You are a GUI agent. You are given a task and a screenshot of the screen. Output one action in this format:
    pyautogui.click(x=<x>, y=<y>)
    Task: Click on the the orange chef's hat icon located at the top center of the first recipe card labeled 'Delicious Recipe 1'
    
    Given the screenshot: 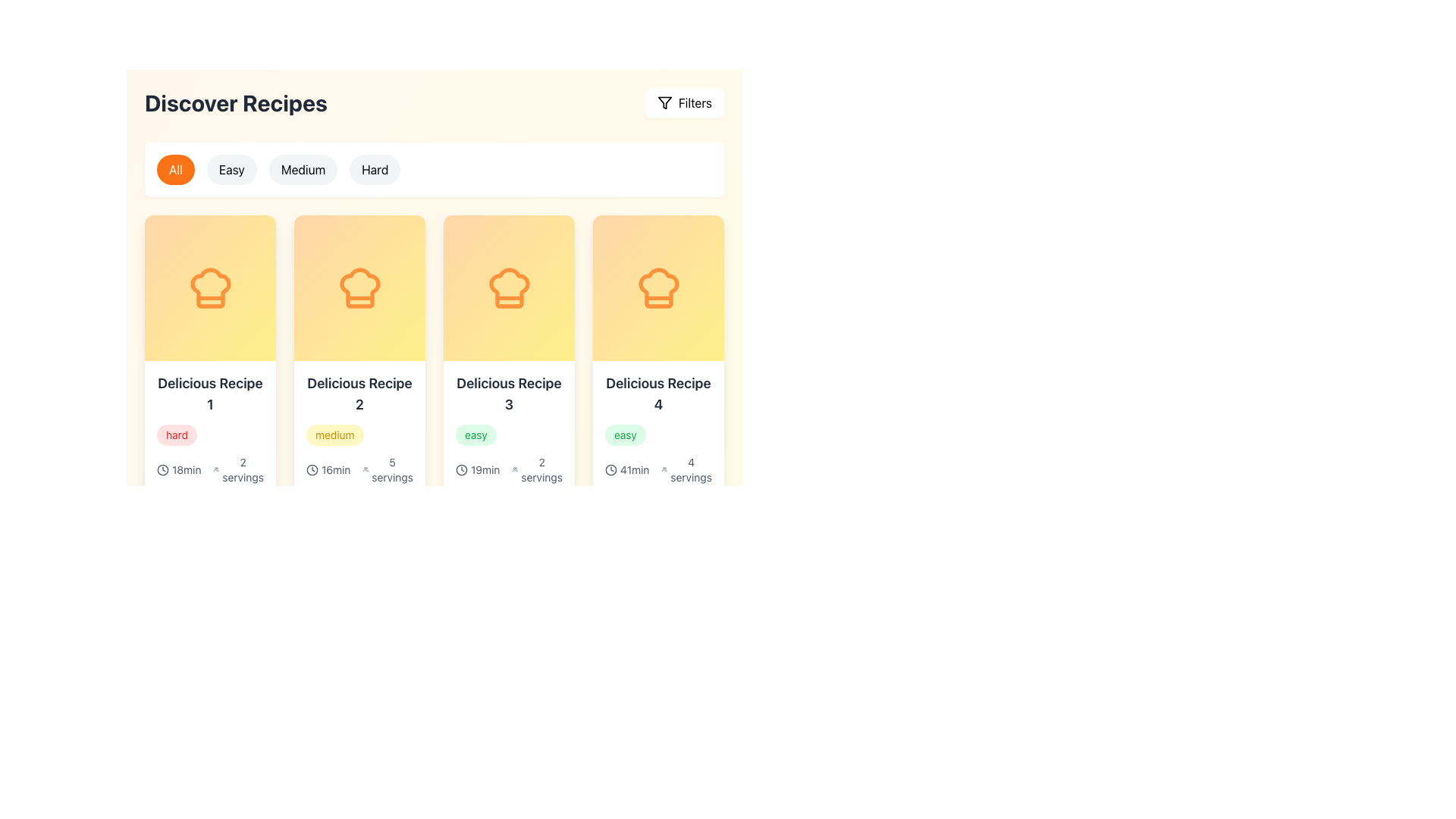 What is the action you would take?
    pyautogui.click(x=209, y=287)
    